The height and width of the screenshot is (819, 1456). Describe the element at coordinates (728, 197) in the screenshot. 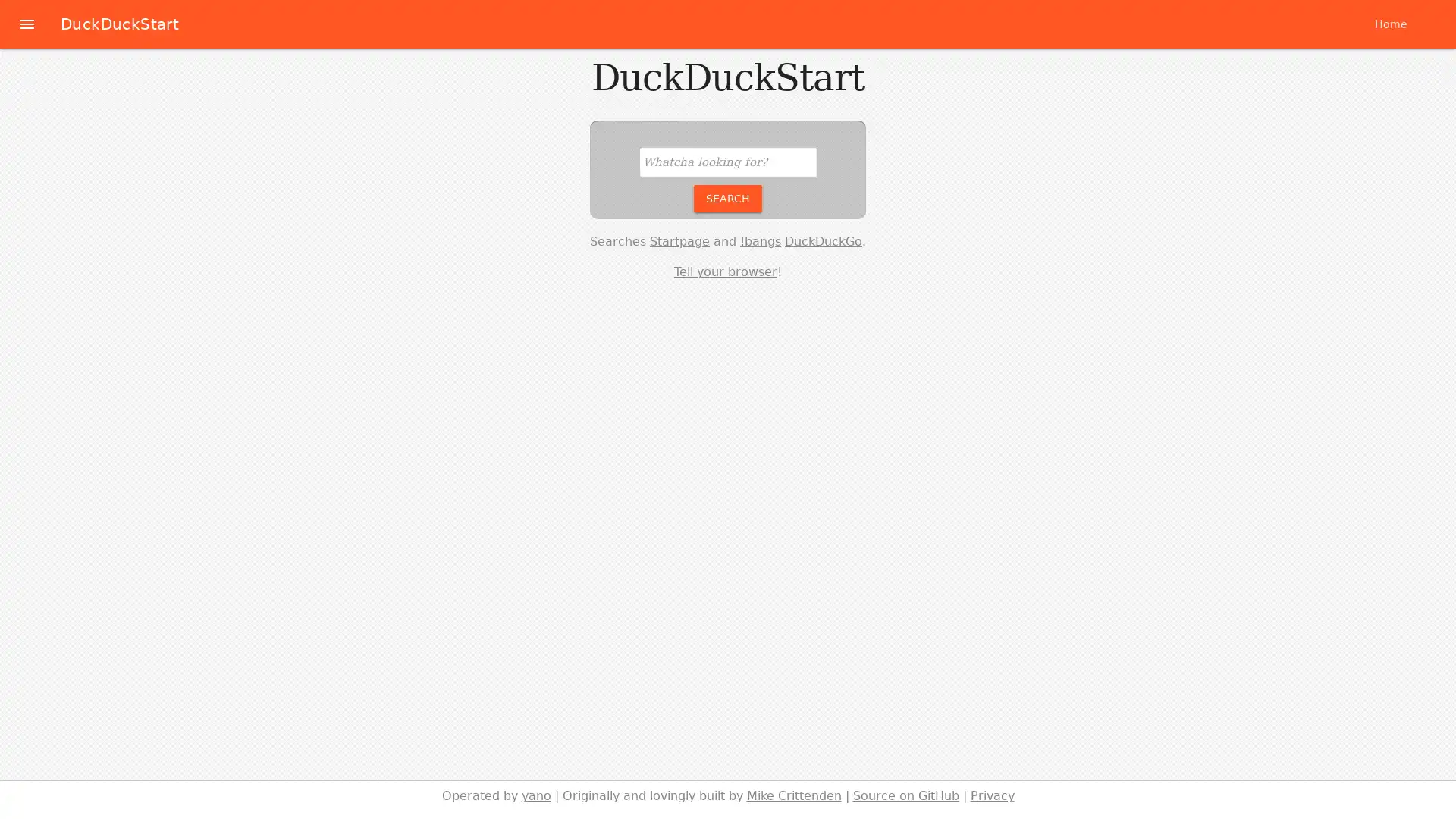

I see `SEARCH` at that location.